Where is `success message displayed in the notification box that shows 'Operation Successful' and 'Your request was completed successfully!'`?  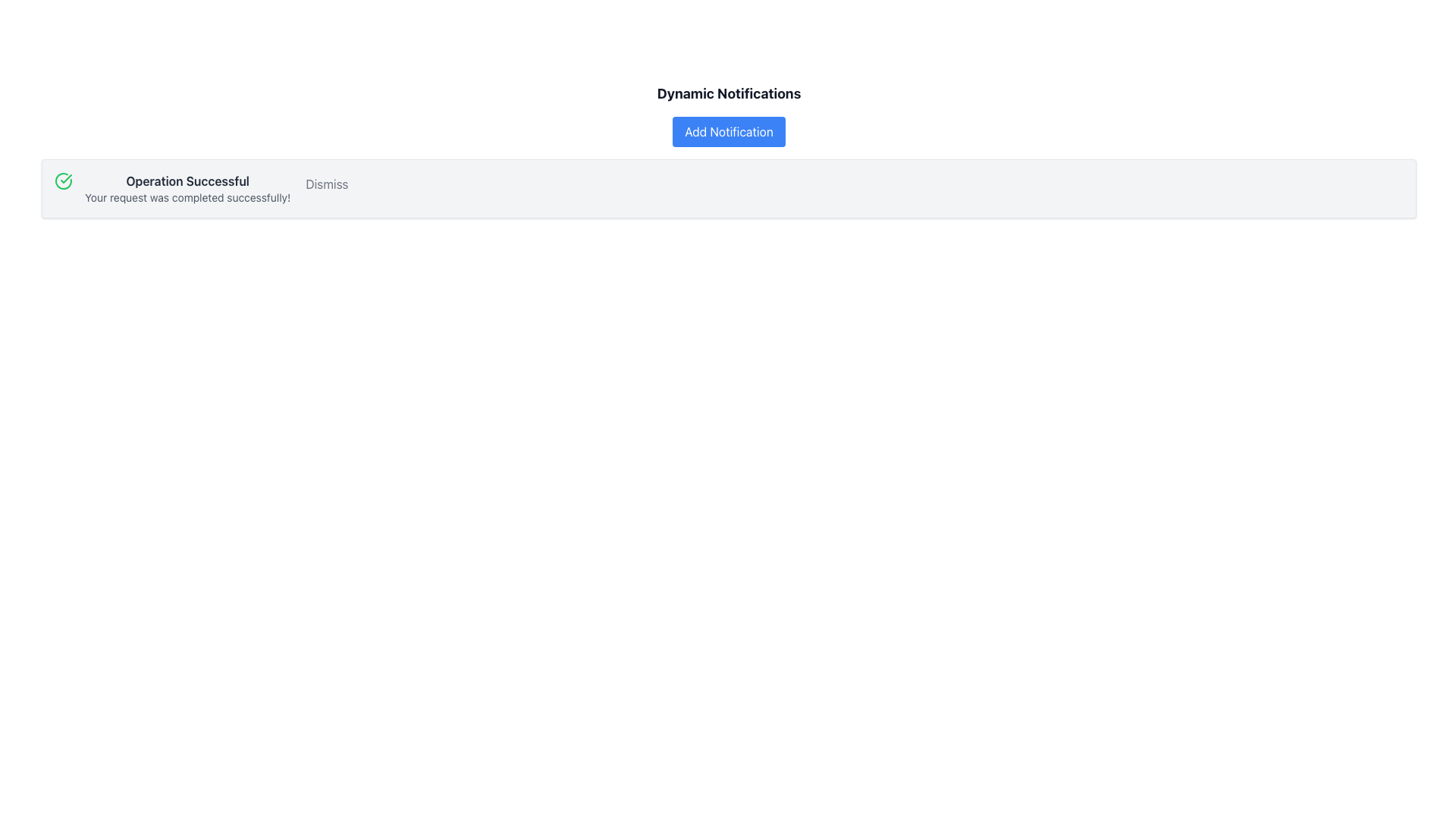
success message displayed in the notification box that shows 'Operation Successful' and 'Your request was completed successfully!' is located at coordinates (187, 188).